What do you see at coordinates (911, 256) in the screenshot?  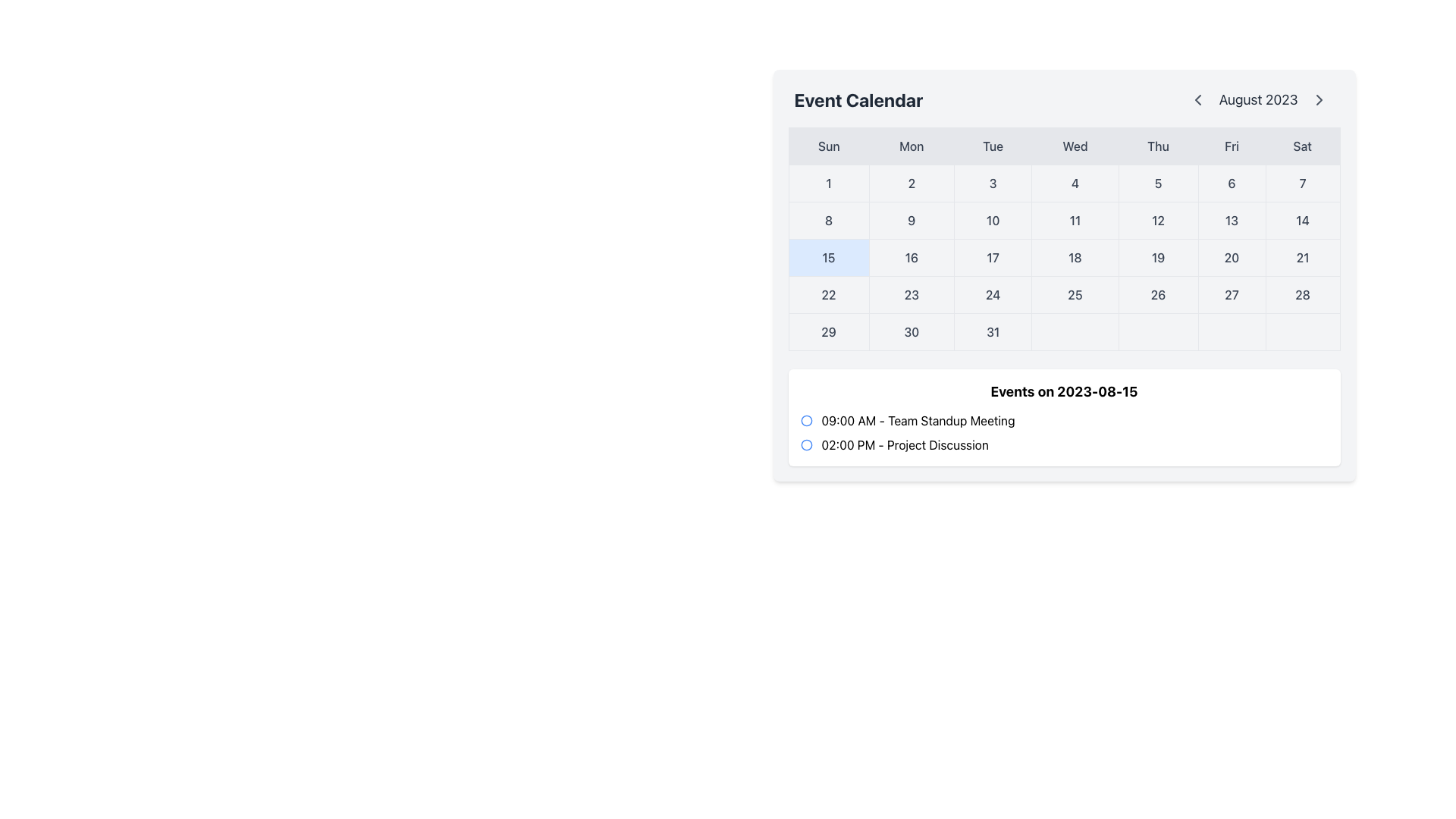 I see `the static calendar cell representing the date '16', which is the second cell in the row immediately following the cell labeled '15'` at bounding box center [911, 256].